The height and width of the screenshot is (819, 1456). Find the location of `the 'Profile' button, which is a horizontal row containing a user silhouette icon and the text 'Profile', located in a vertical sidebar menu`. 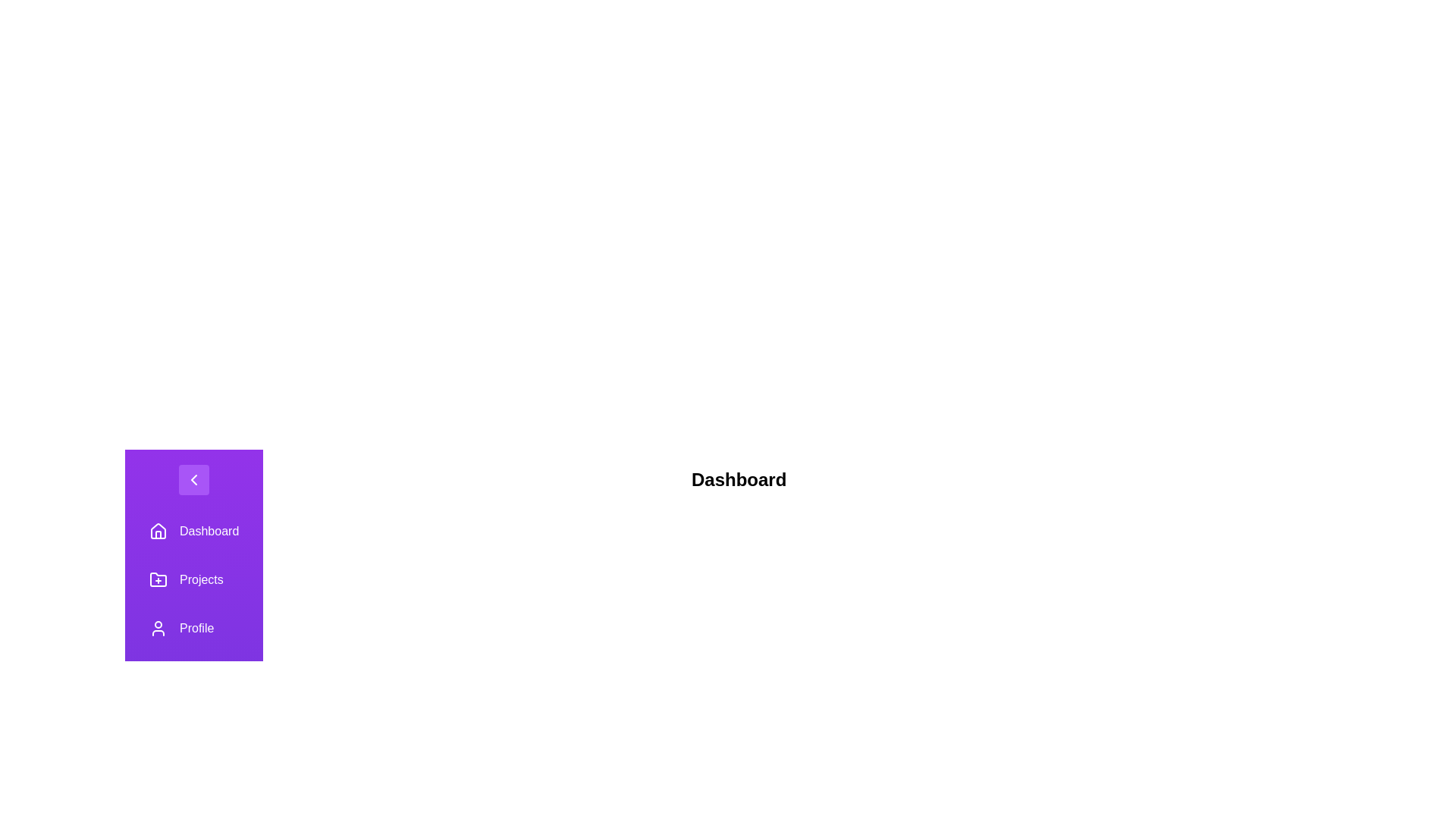

the 'Profile' button, which is a horizontal row containing a user silhouette icon and the text 'Profile', located in a vertical sidebar menu is located at coordinates (193, 629).